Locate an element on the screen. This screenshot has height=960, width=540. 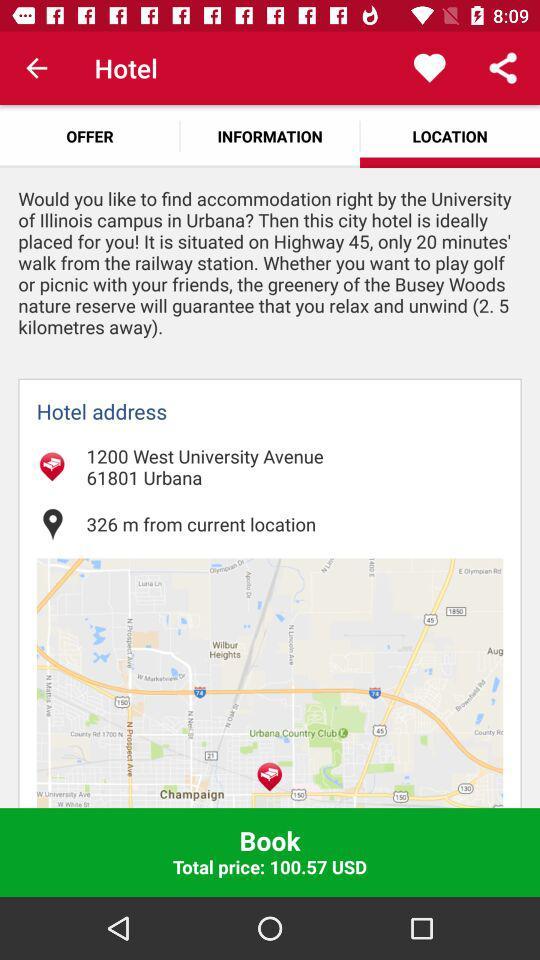
icon next to information item is located at coordinates (89, 135).